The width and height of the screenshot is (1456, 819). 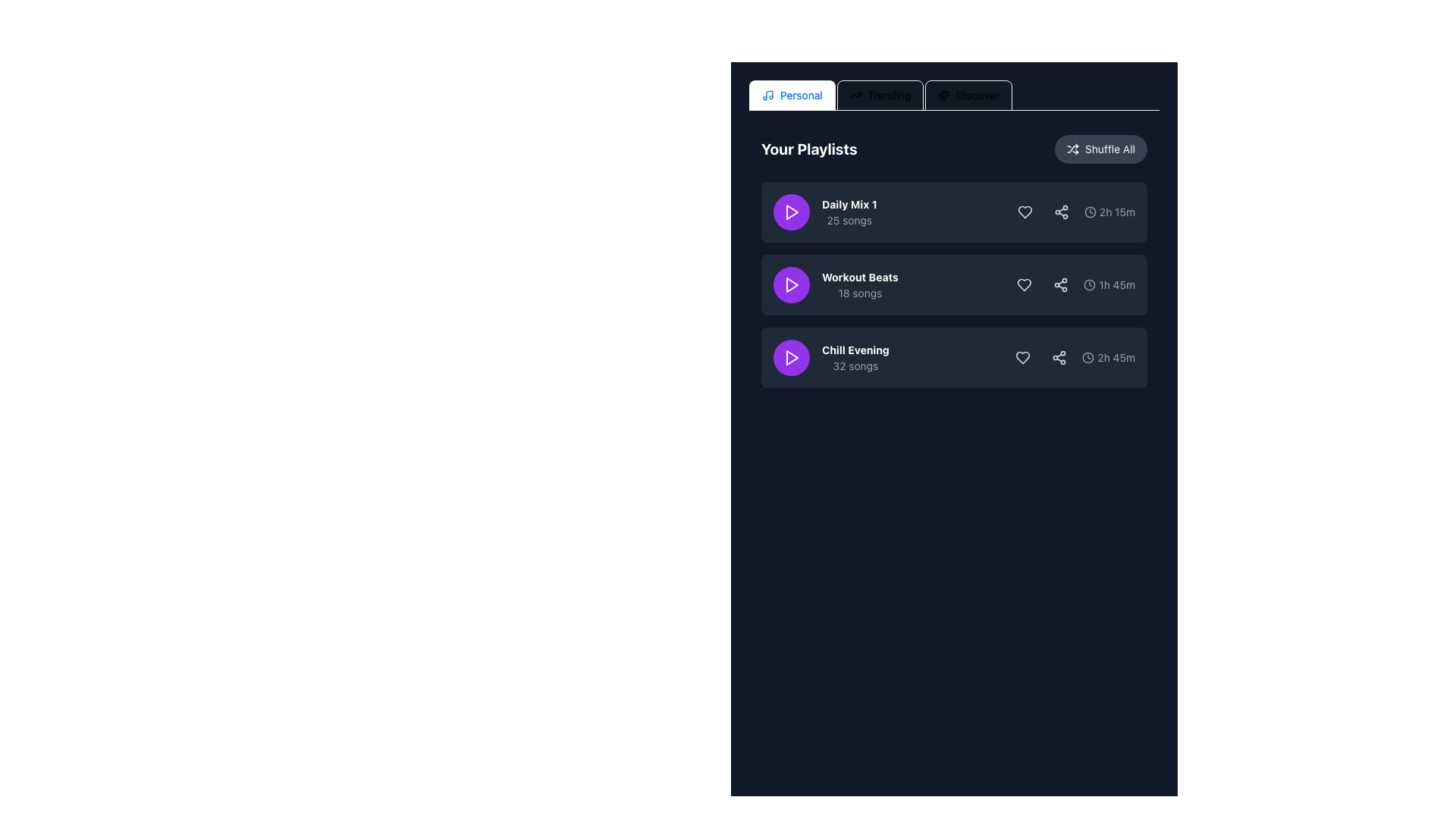 What do you see at coordinates (860, 278) in the screenshot?
I see `the text label that serves as the title for the 'Workout Beats' playlist, which is located in 'Your Playlists' and is positioned above the '18 songs' description` at bounding box center [860, 278].